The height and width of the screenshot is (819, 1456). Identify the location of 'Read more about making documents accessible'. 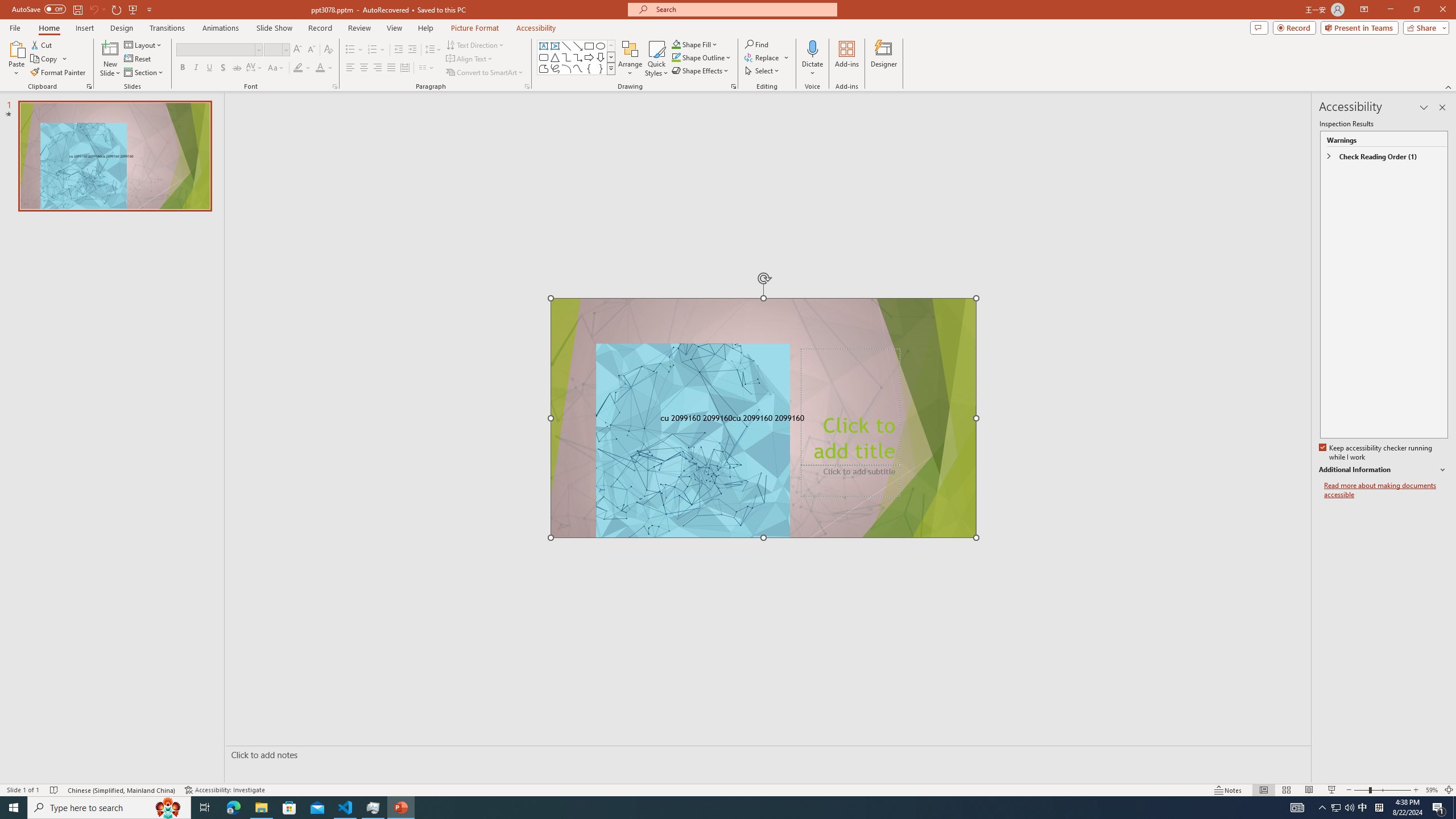
(1386, 490).